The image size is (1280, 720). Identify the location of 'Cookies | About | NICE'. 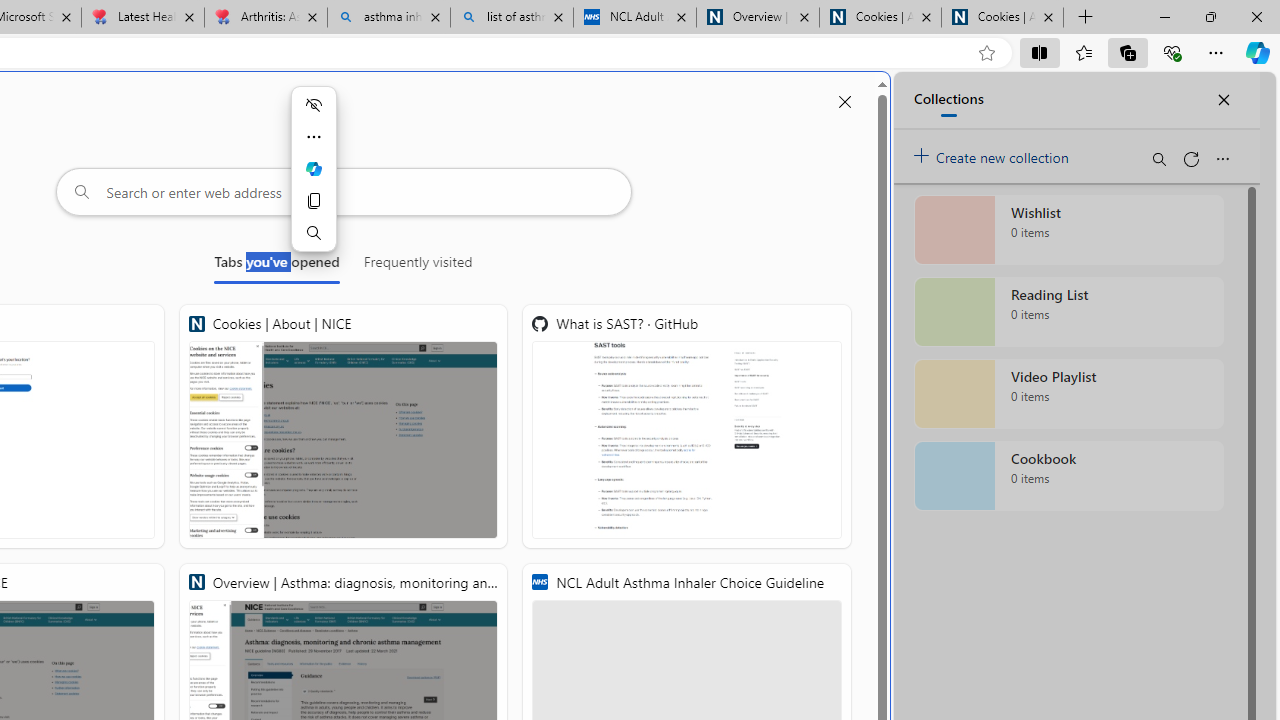
(343, 425).